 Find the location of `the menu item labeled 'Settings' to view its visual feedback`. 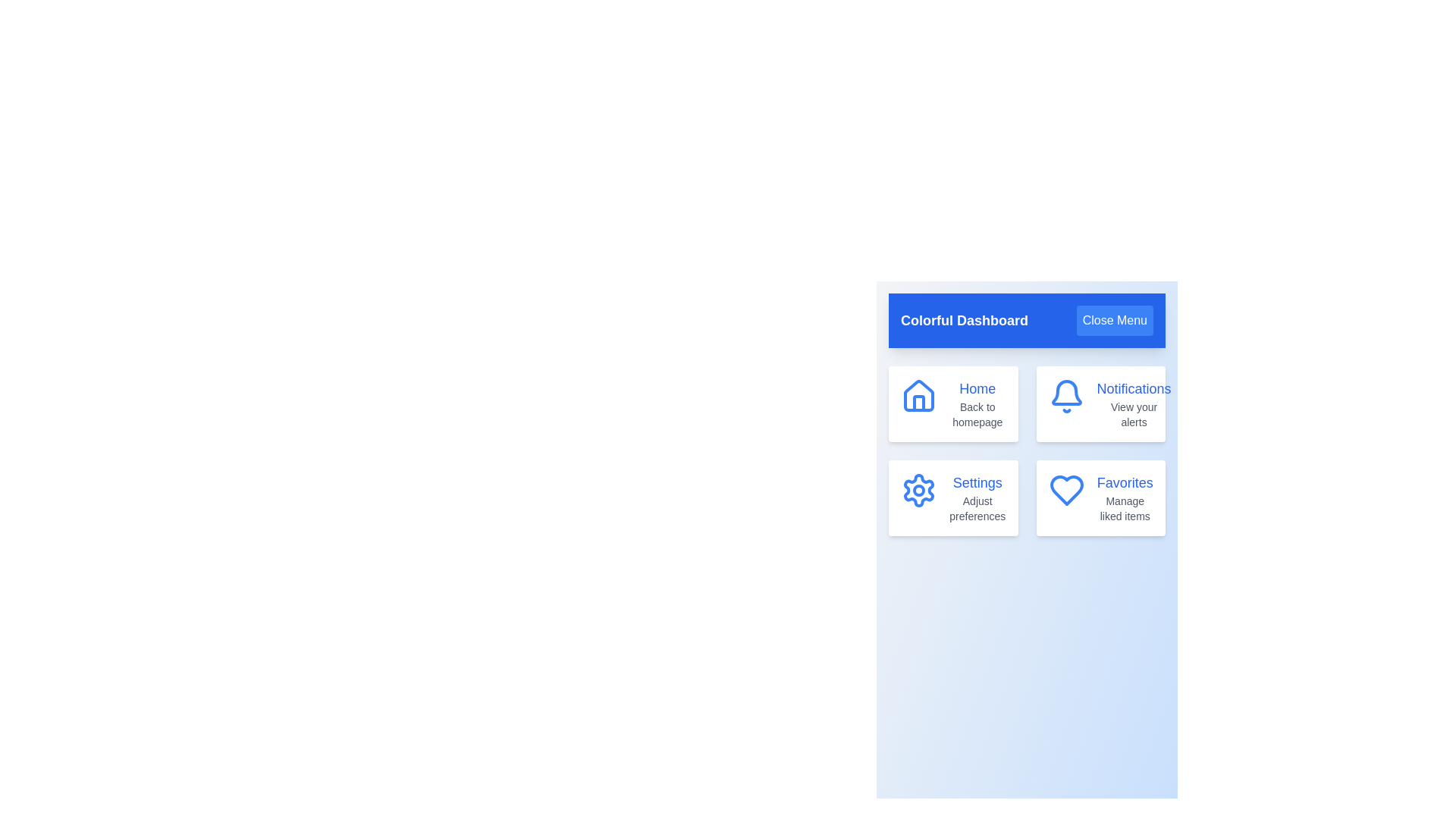

the menu item labeled 'Settings' to view its visual feedback is located at coordinates (952, 497).